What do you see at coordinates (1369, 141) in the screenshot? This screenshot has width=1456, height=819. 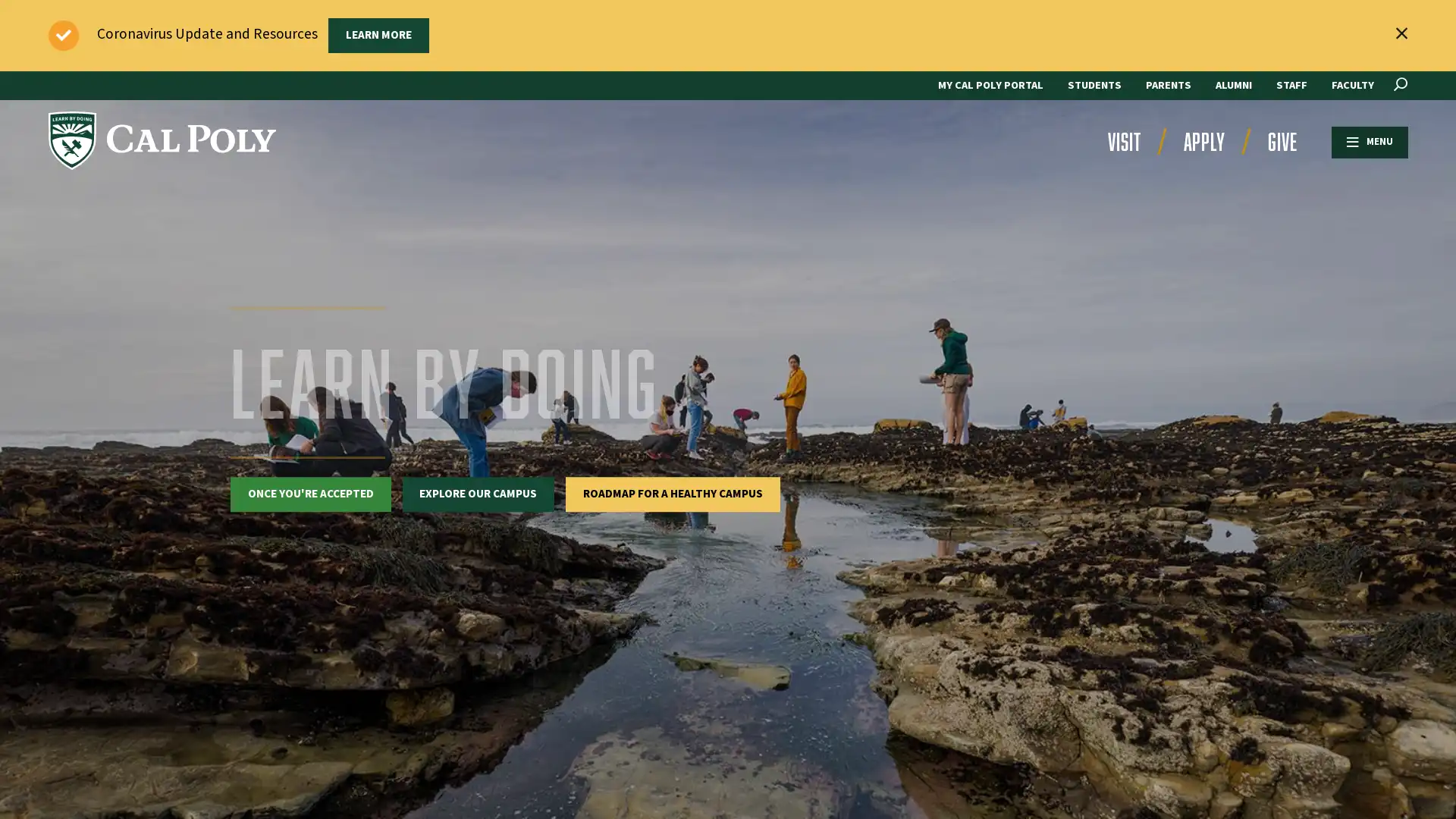 I see `MENU` at bounding box center [1369, 141].